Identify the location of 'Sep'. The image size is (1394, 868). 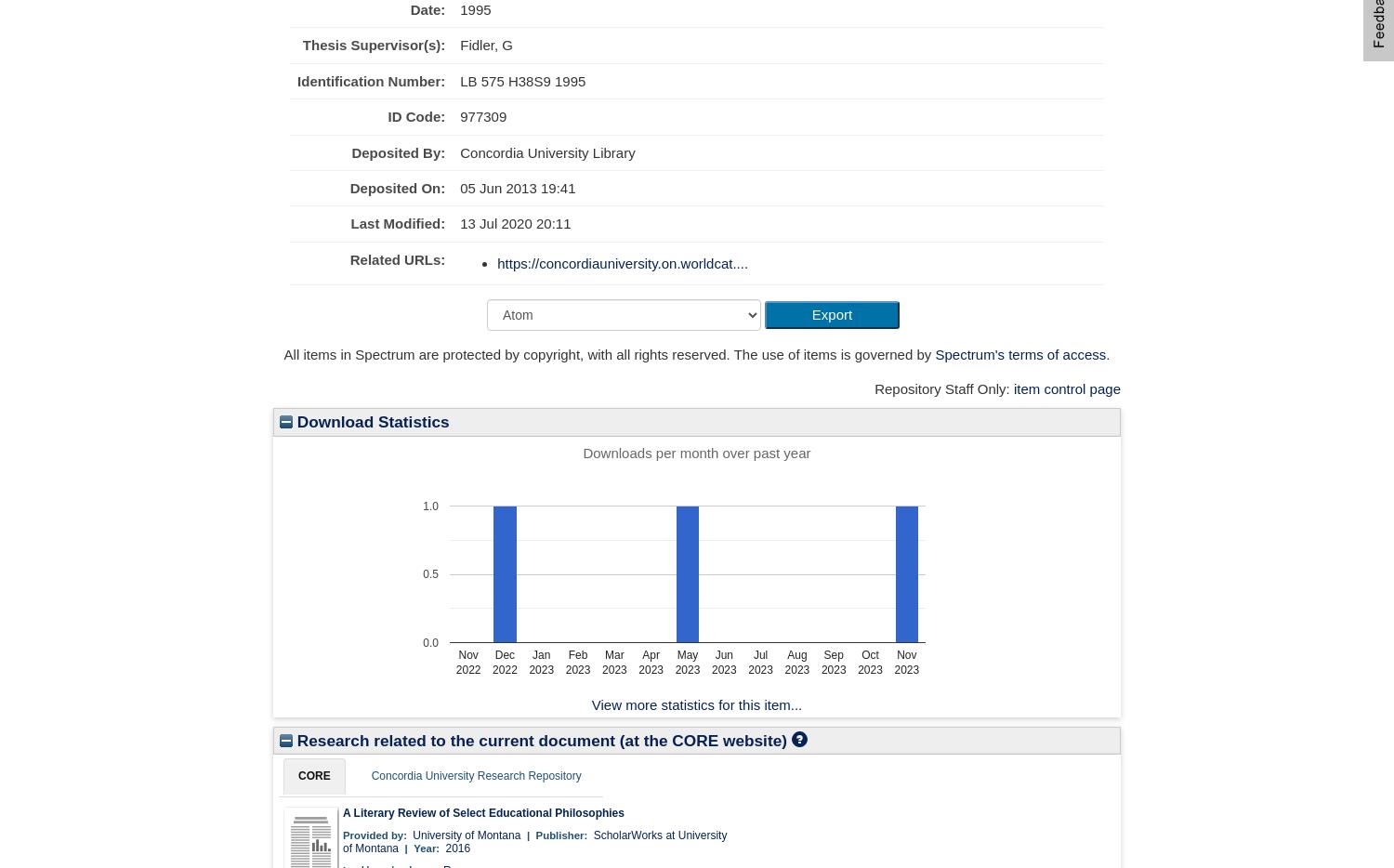
(833, 654).